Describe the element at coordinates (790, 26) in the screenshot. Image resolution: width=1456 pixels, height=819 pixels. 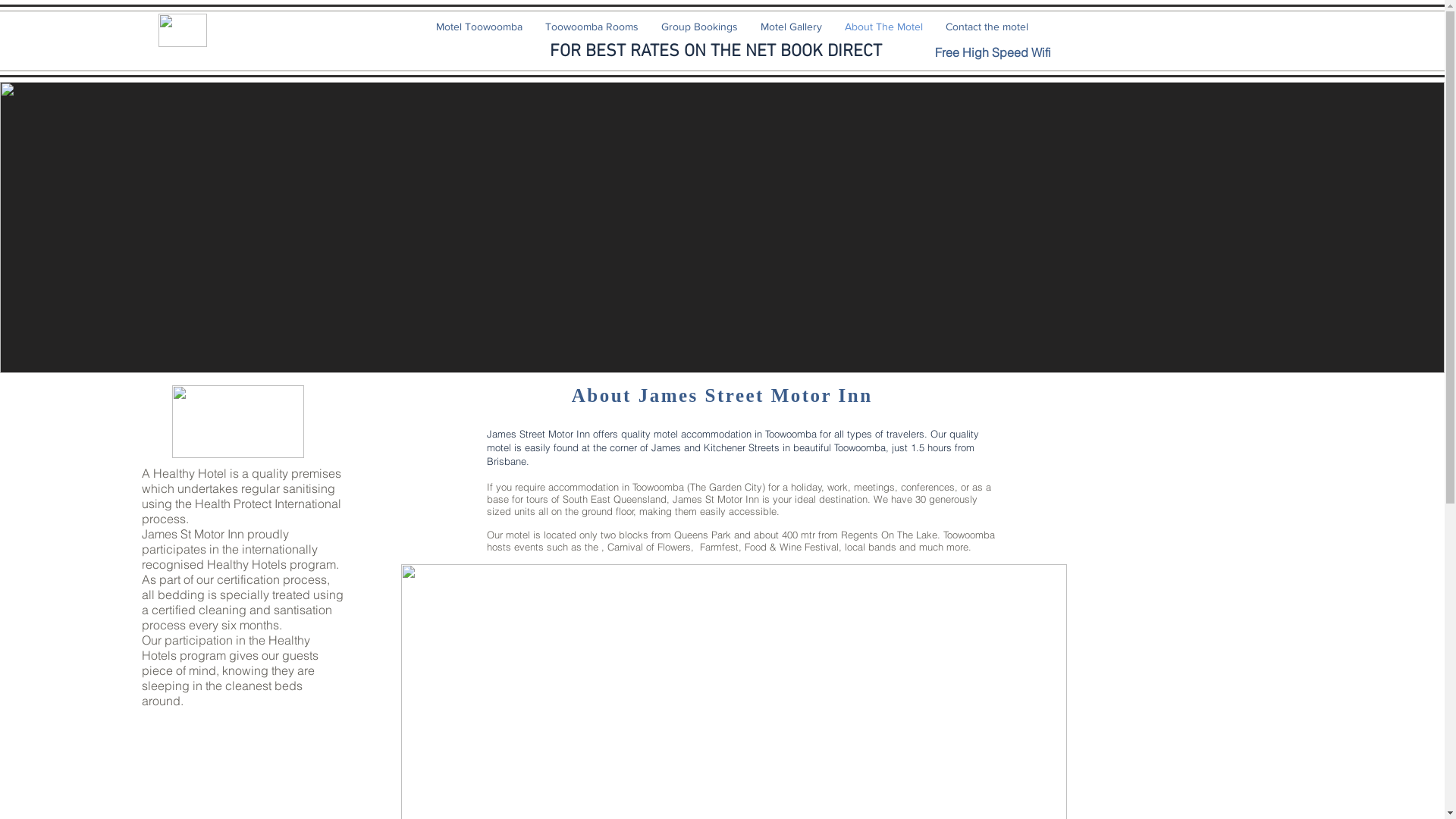
I see `'Motel Gallery'` at that location.